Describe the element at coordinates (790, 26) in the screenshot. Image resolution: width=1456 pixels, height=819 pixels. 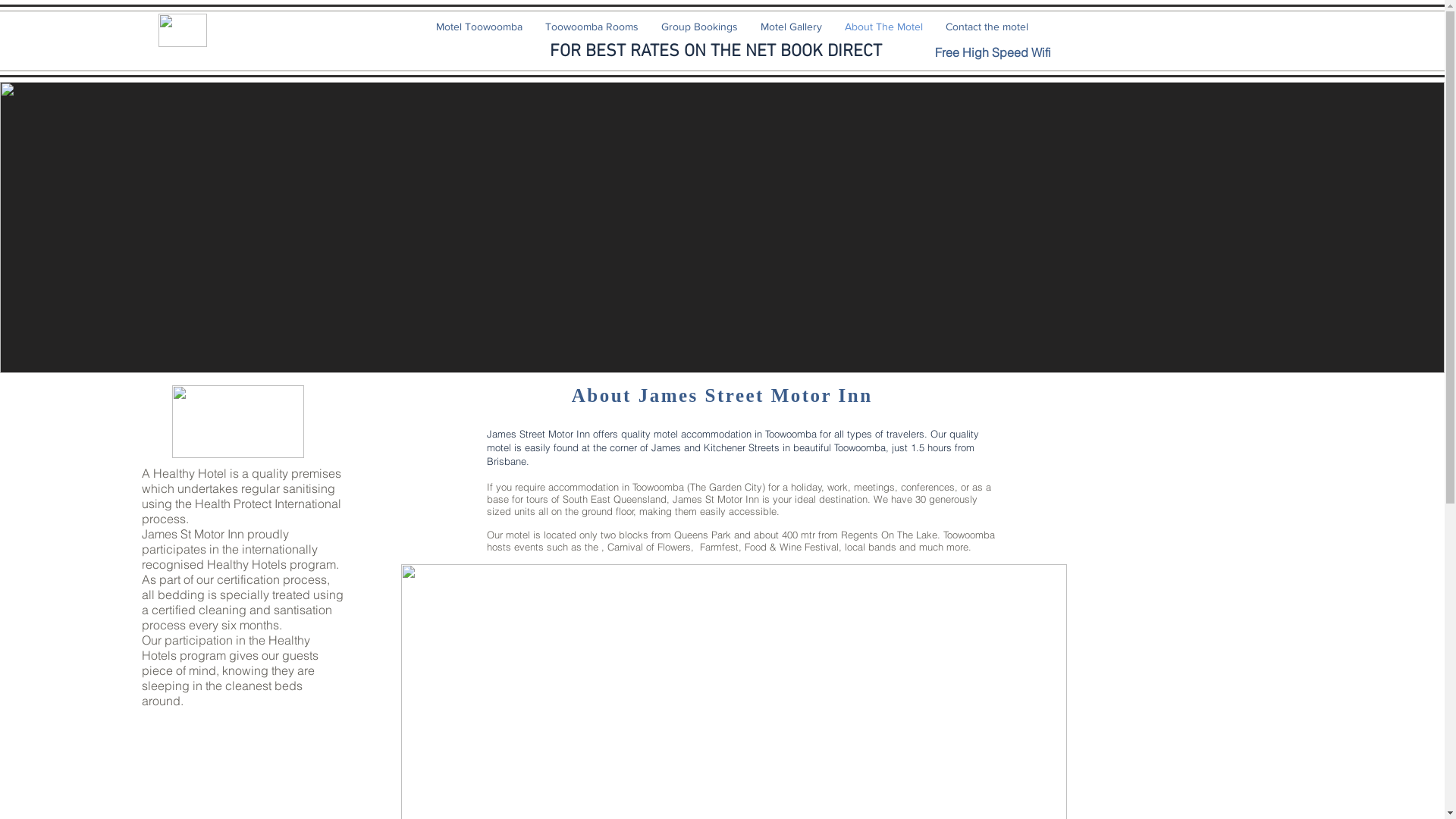
I see `'Motel Gallery'` at that location.